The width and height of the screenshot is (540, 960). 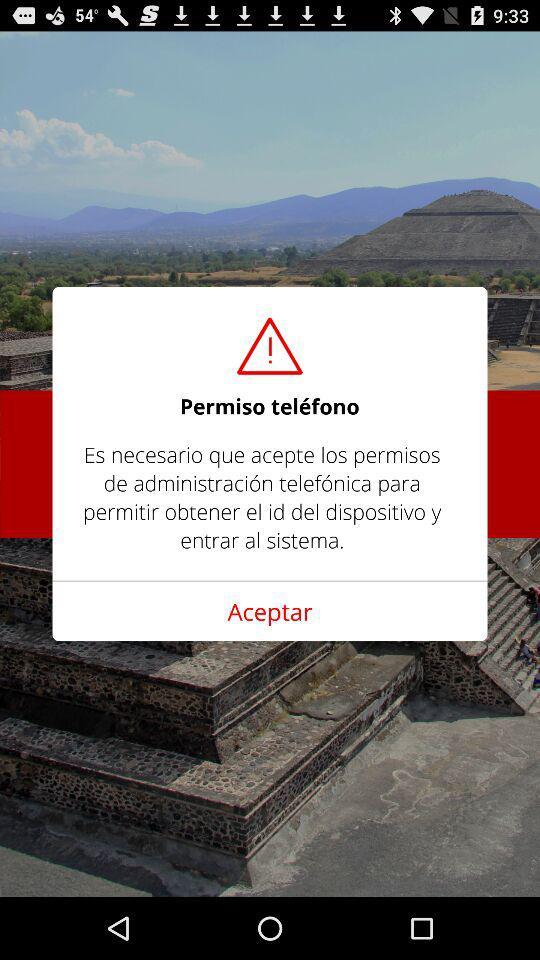 What do you see at coordinates (270, 610) in the screenshot?
I see `aceptar` at bounding box center [270, 610].